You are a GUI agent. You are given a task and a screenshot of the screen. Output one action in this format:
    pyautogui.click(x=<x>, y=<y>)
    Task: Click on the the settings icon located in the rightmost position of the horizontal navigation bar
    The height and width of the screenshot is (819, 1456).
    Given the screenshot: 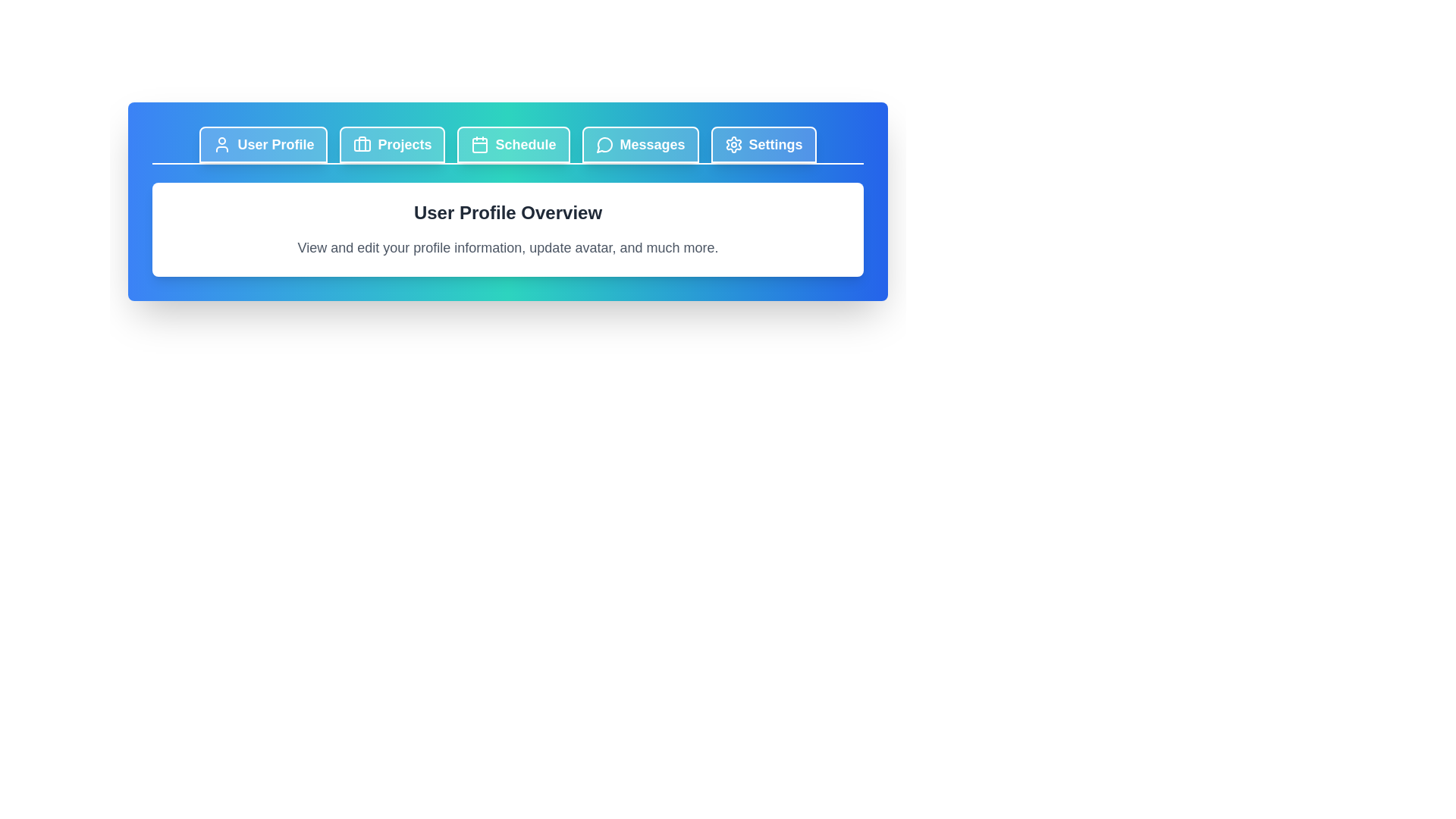 What is the action you would take?
    pyautogui.click(x=733, y=145)
    